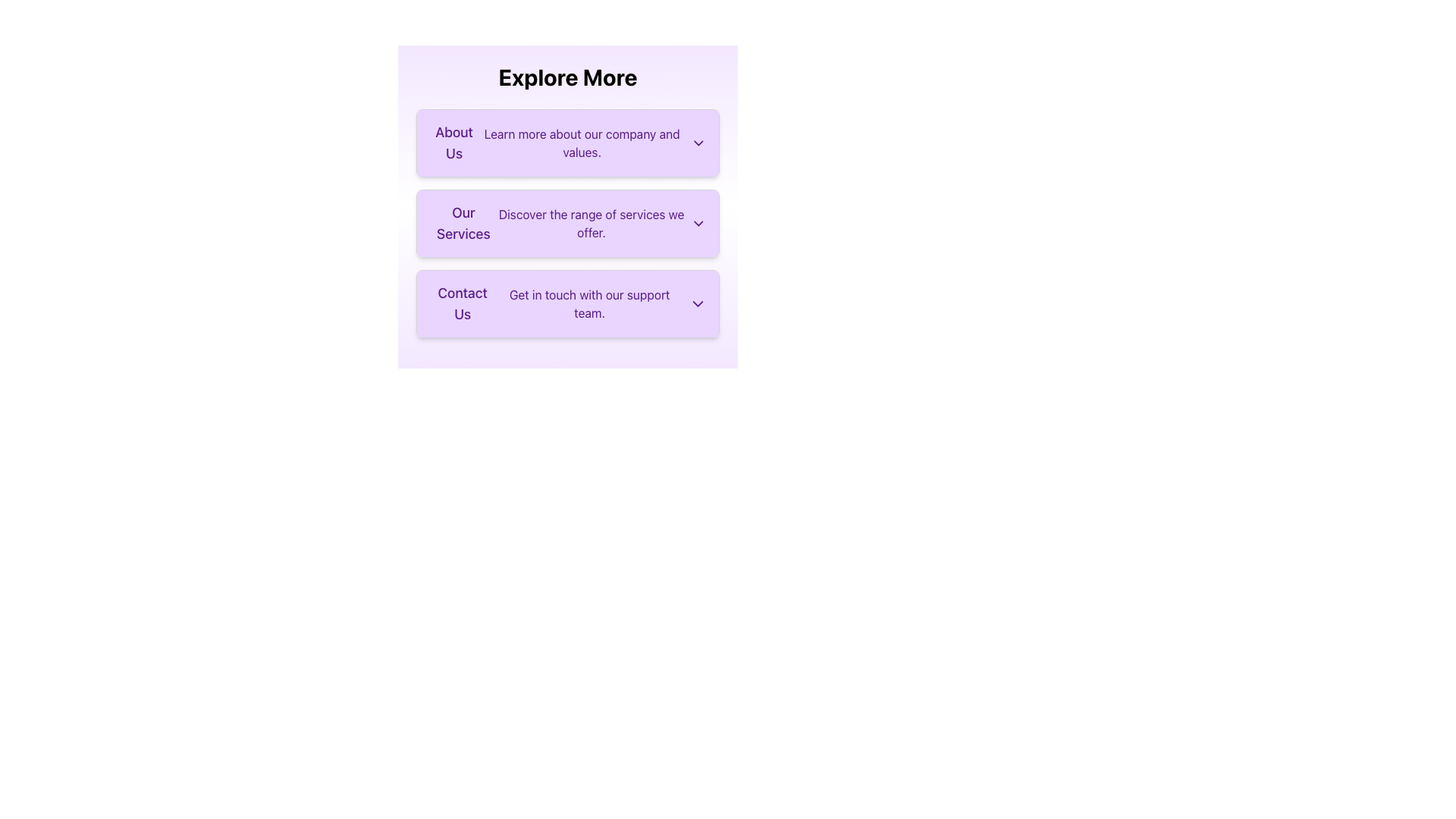 The width and height of the screenshot is (1456, 819). I want to click on the Icon button located at the far right within the 'Contact Us' section, so click(697, 304).